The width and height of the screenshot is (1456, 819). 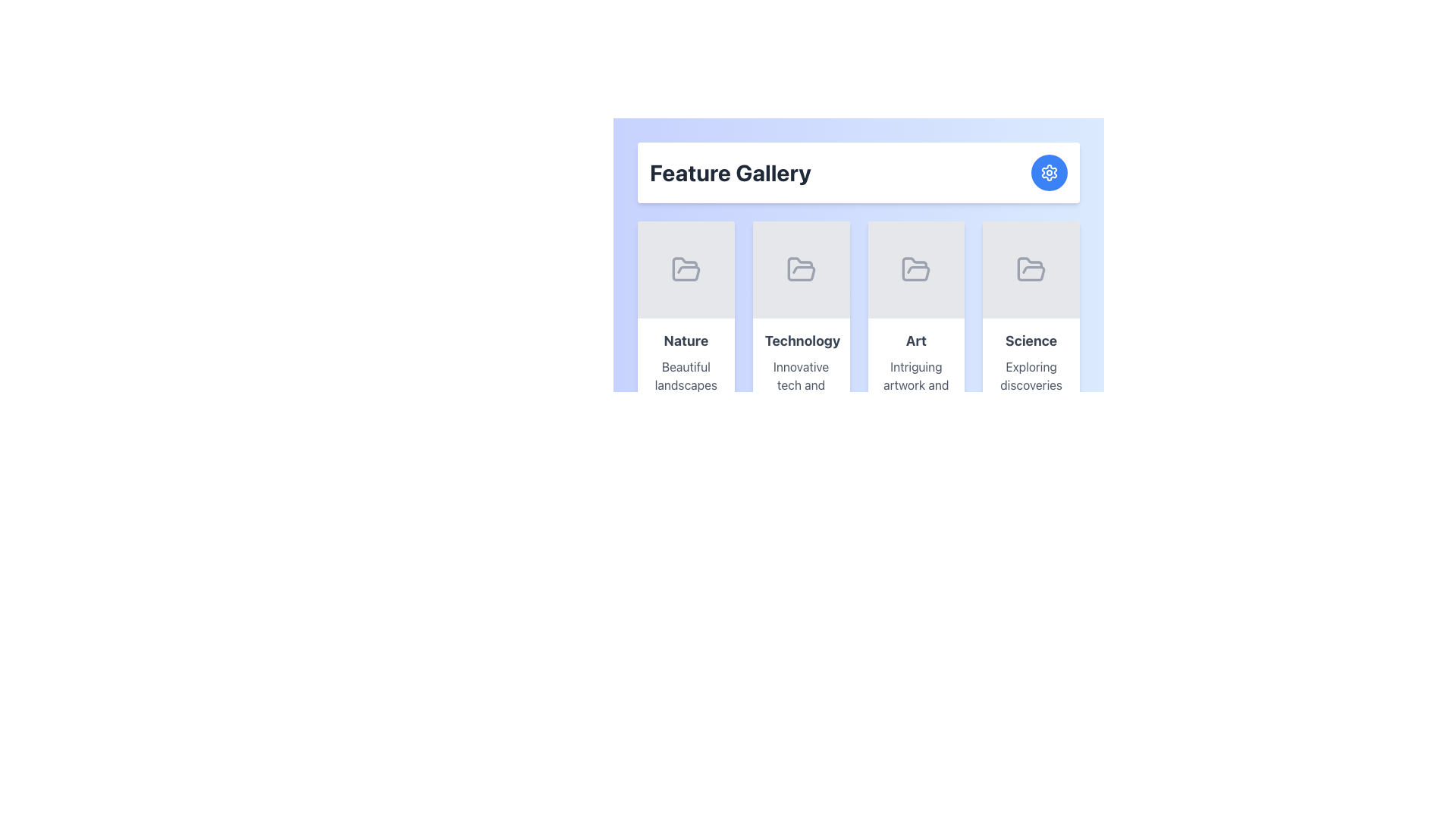 What do you see at coordinates (1048, 171) in the screenshot?
I see `the circular gear icon with a blue background located in the top-right corner of the 'Feature Gallery' header` at bounding box center [1048, 171].